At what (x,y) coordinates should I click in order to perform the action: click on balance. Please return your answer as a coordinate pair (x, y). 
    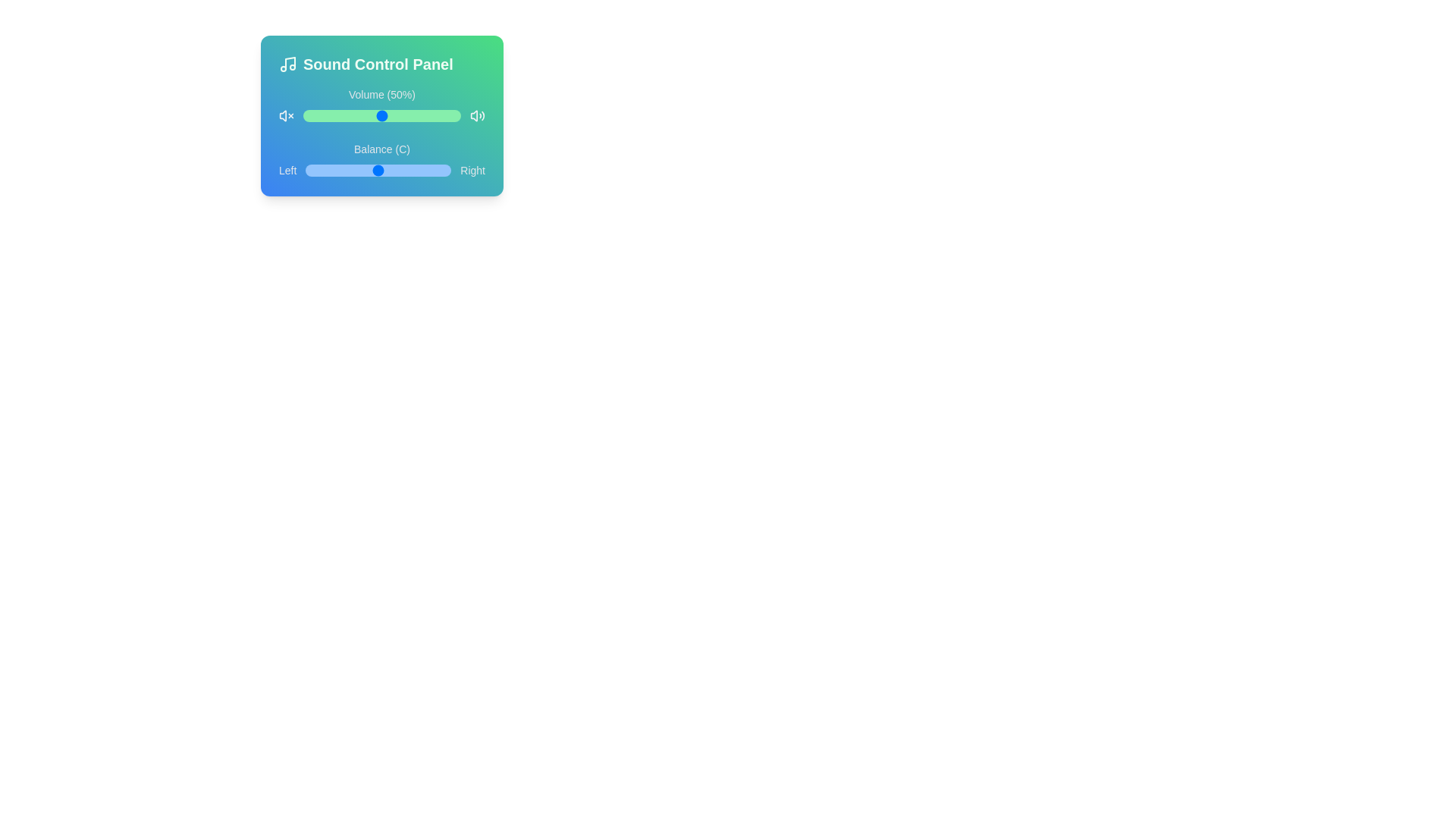
    Looking at the image, I should click on (338, 170).